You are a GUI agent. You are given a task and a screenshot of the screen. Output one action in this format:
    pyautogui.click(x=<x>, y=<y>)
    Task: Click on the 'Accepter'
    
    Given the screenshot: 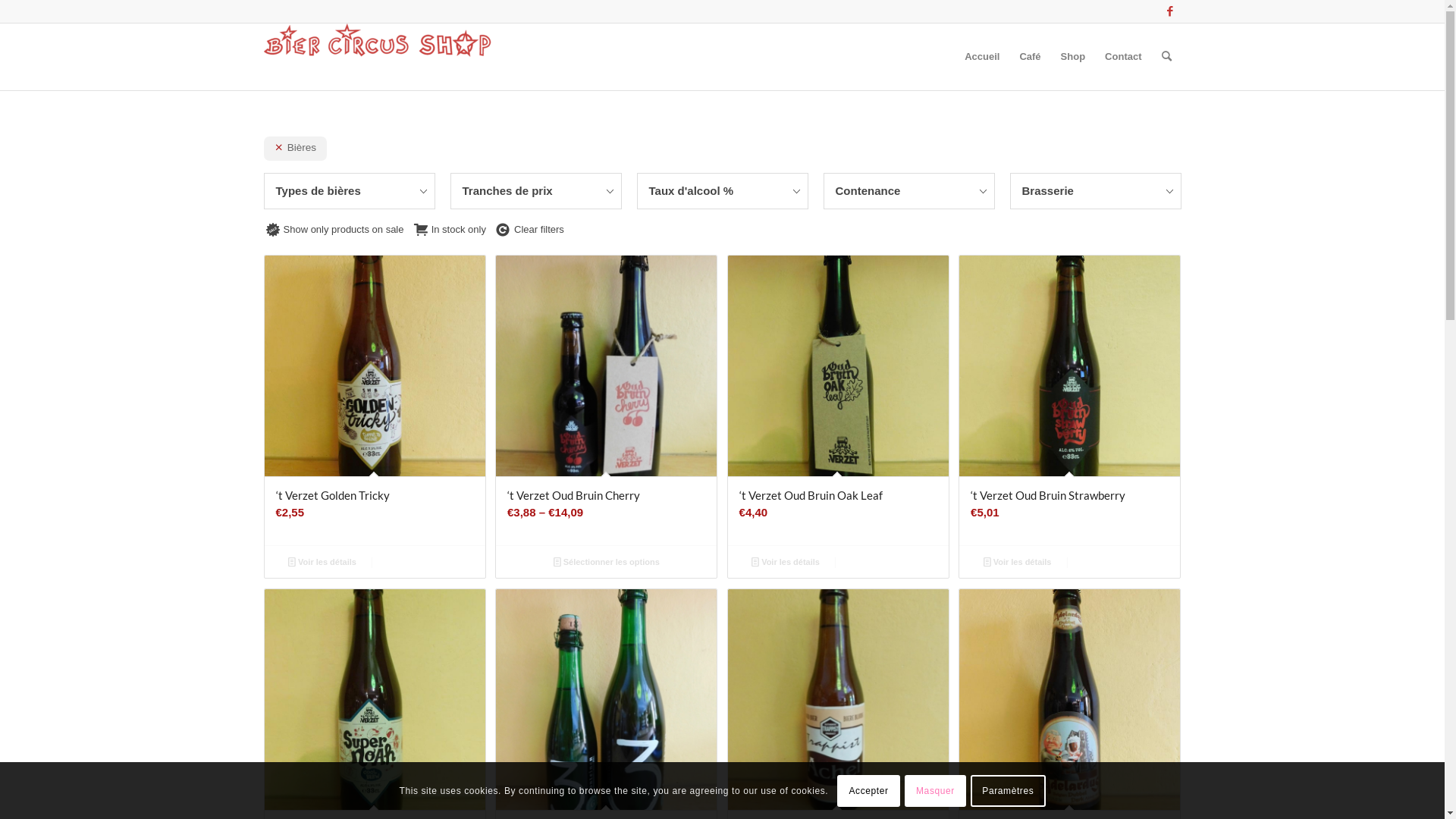 What is the action you would take?
    pyautogui.click(x=836, y=789)
    